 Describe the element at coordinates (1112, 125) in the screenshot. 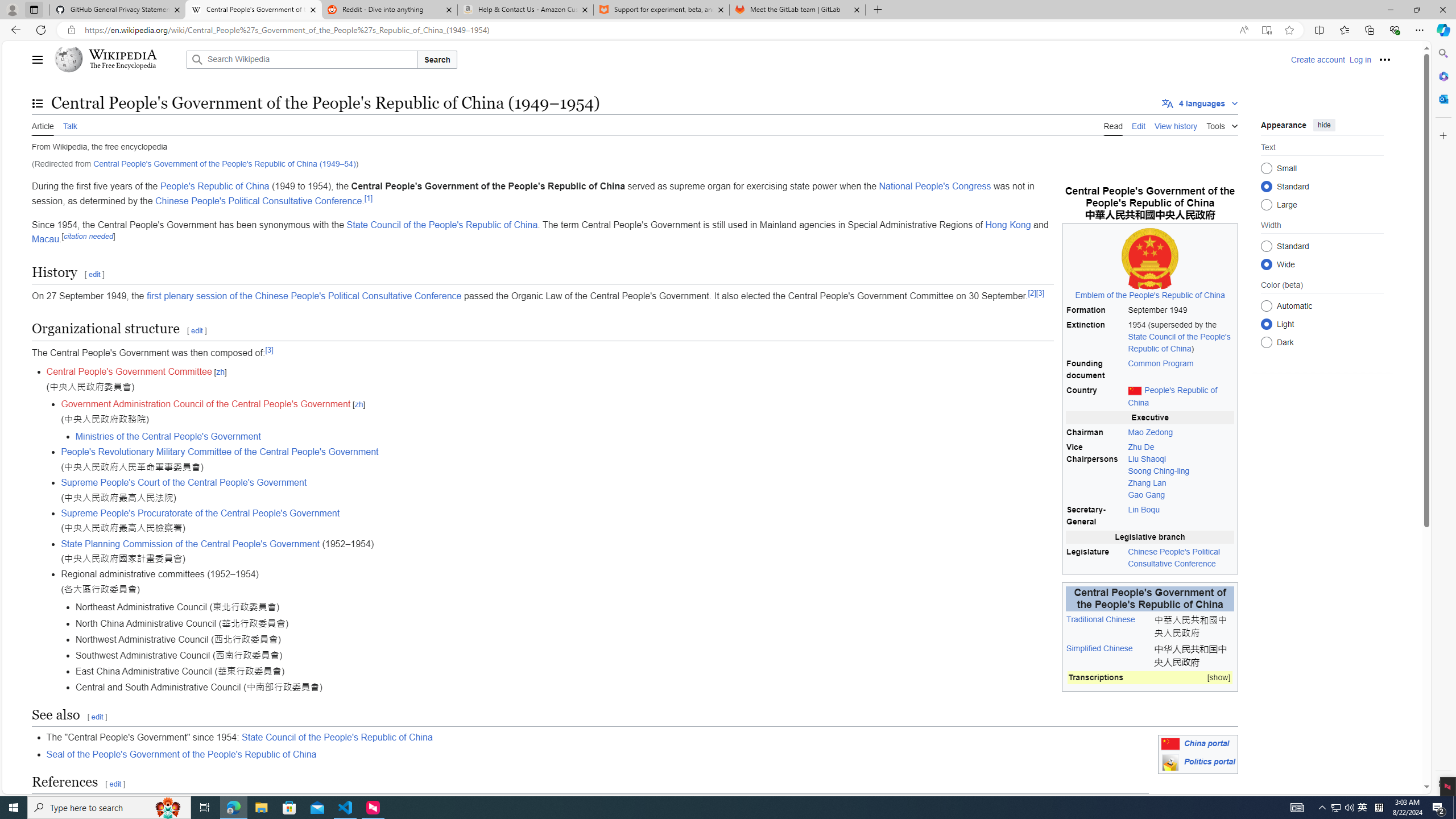

I see `'Read'` at that location.